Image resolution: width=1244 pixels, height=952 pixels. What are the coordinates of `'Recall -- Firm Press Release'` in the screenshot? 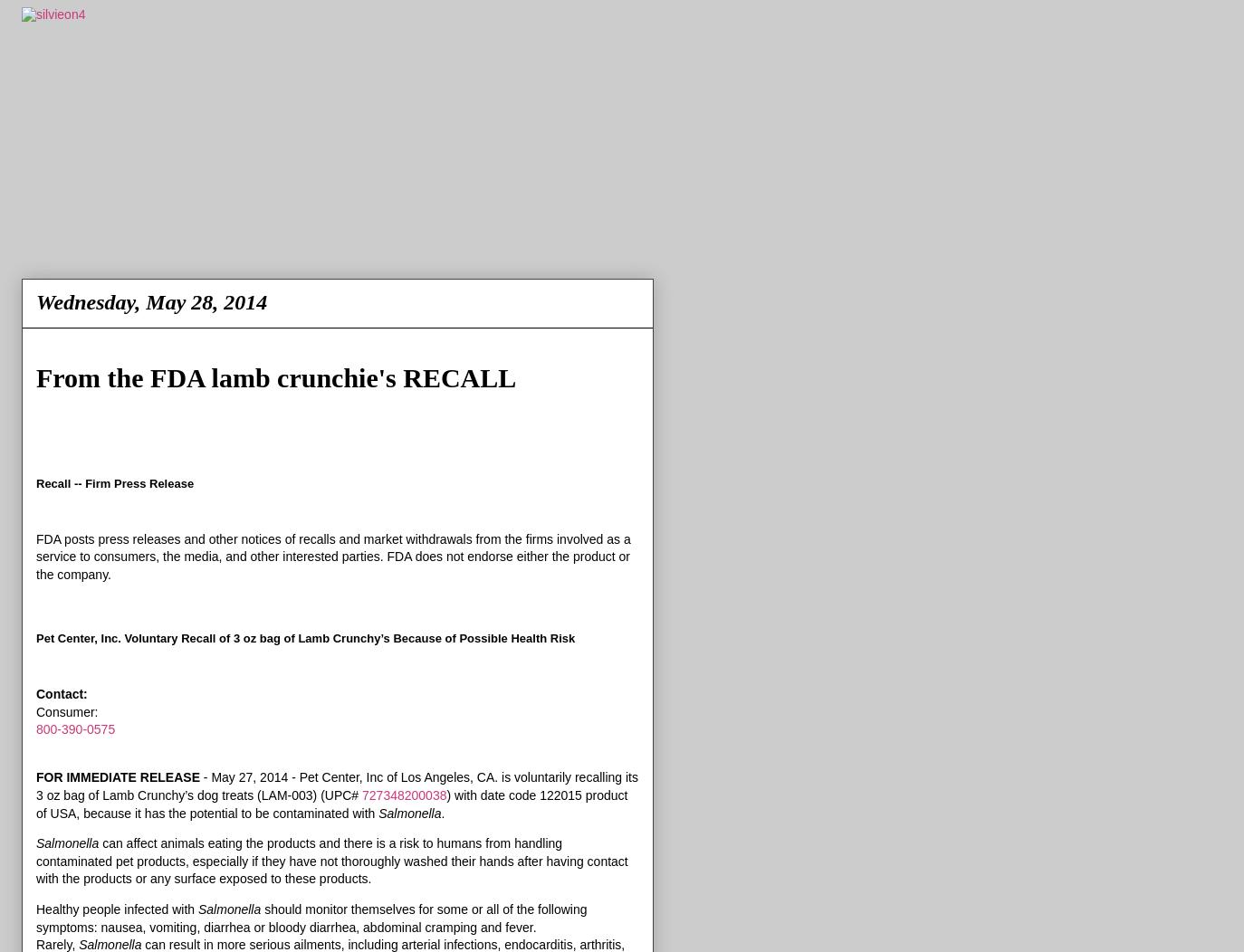 It's located at (113, 483).